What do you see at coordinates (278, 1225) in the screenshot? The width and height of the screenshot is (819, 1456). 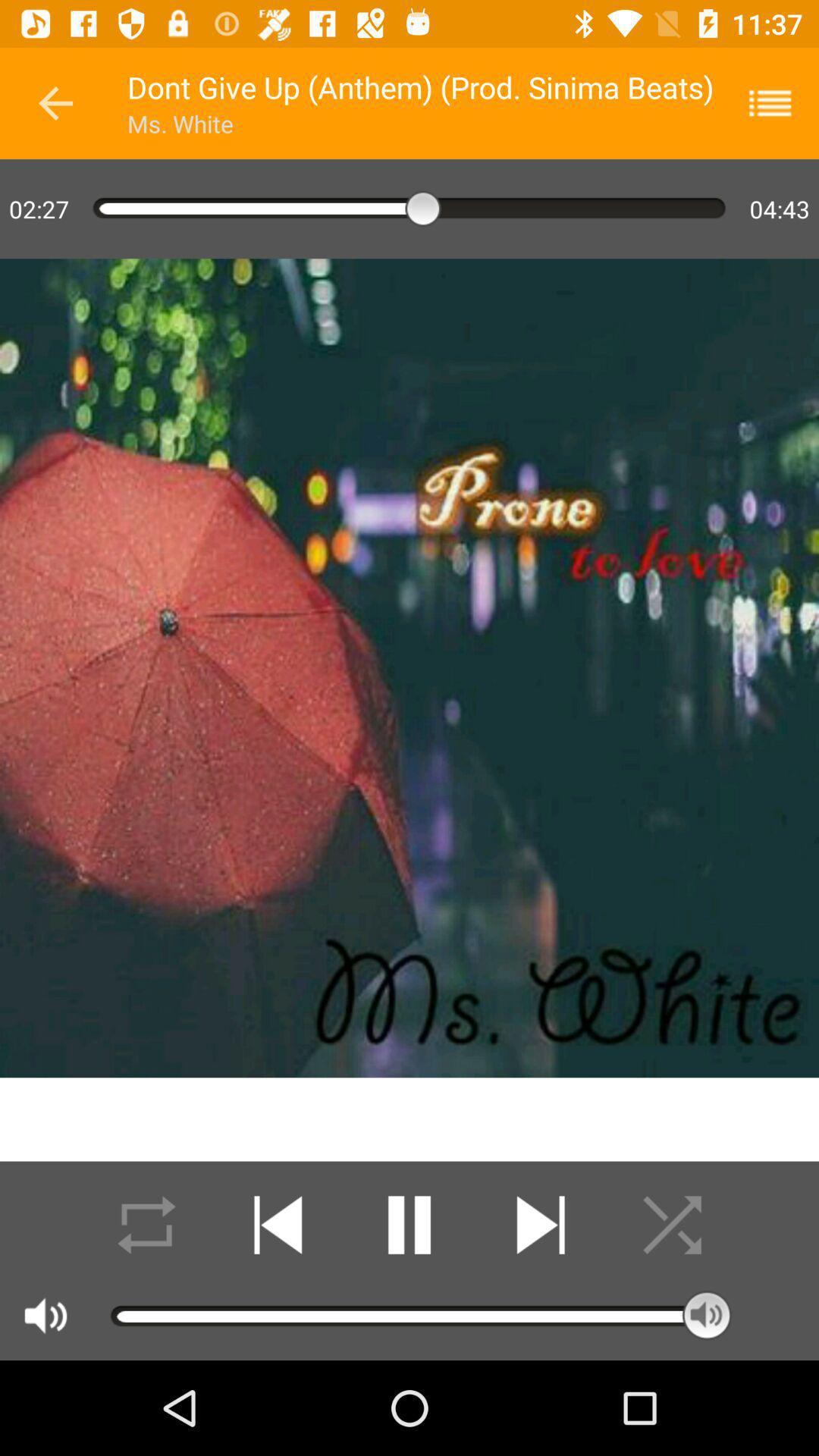 I see `rewind song` at bounding box center [278, 1225].